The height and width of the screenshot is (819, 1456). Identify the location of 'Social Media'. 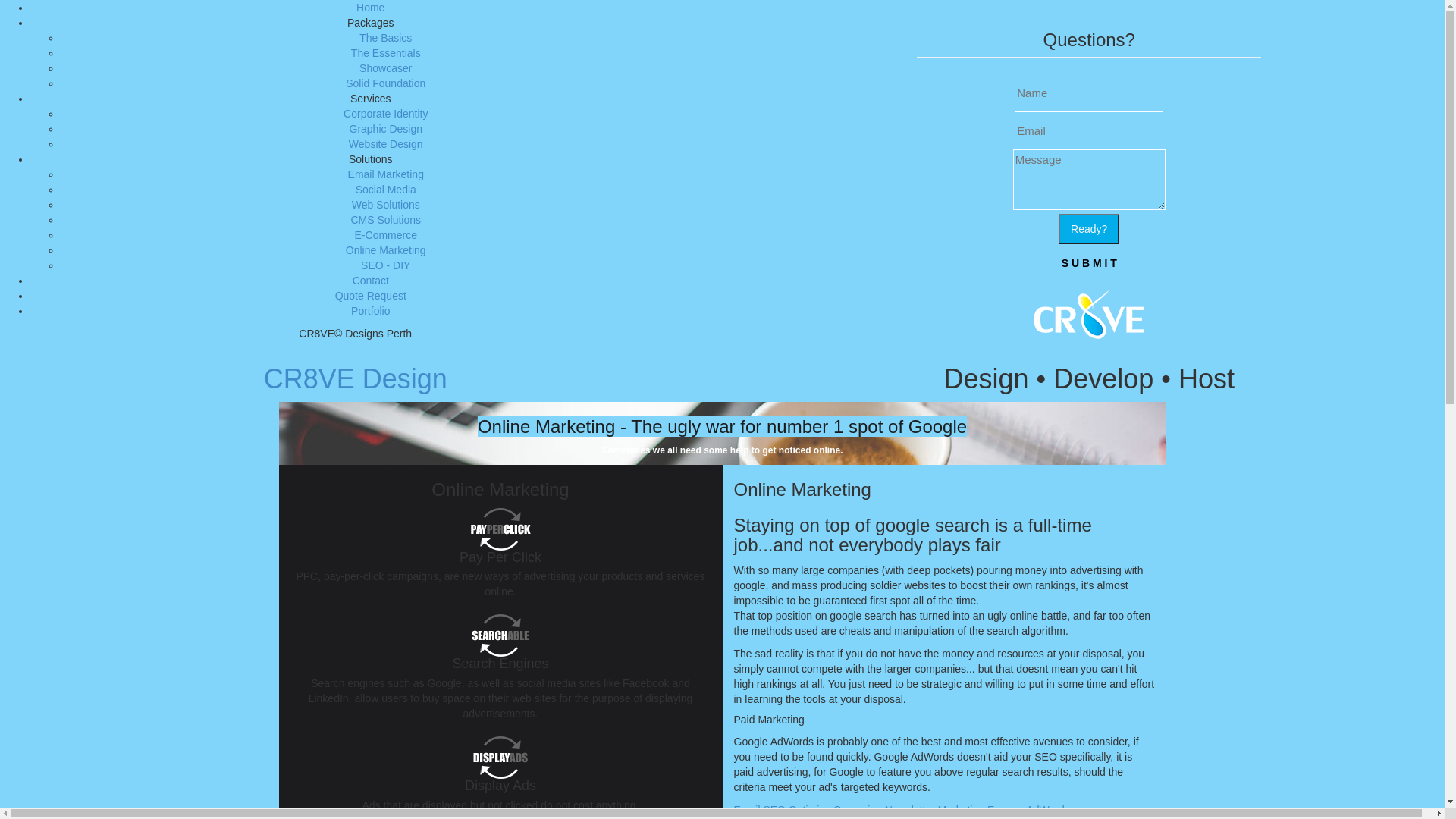
(385, 189).